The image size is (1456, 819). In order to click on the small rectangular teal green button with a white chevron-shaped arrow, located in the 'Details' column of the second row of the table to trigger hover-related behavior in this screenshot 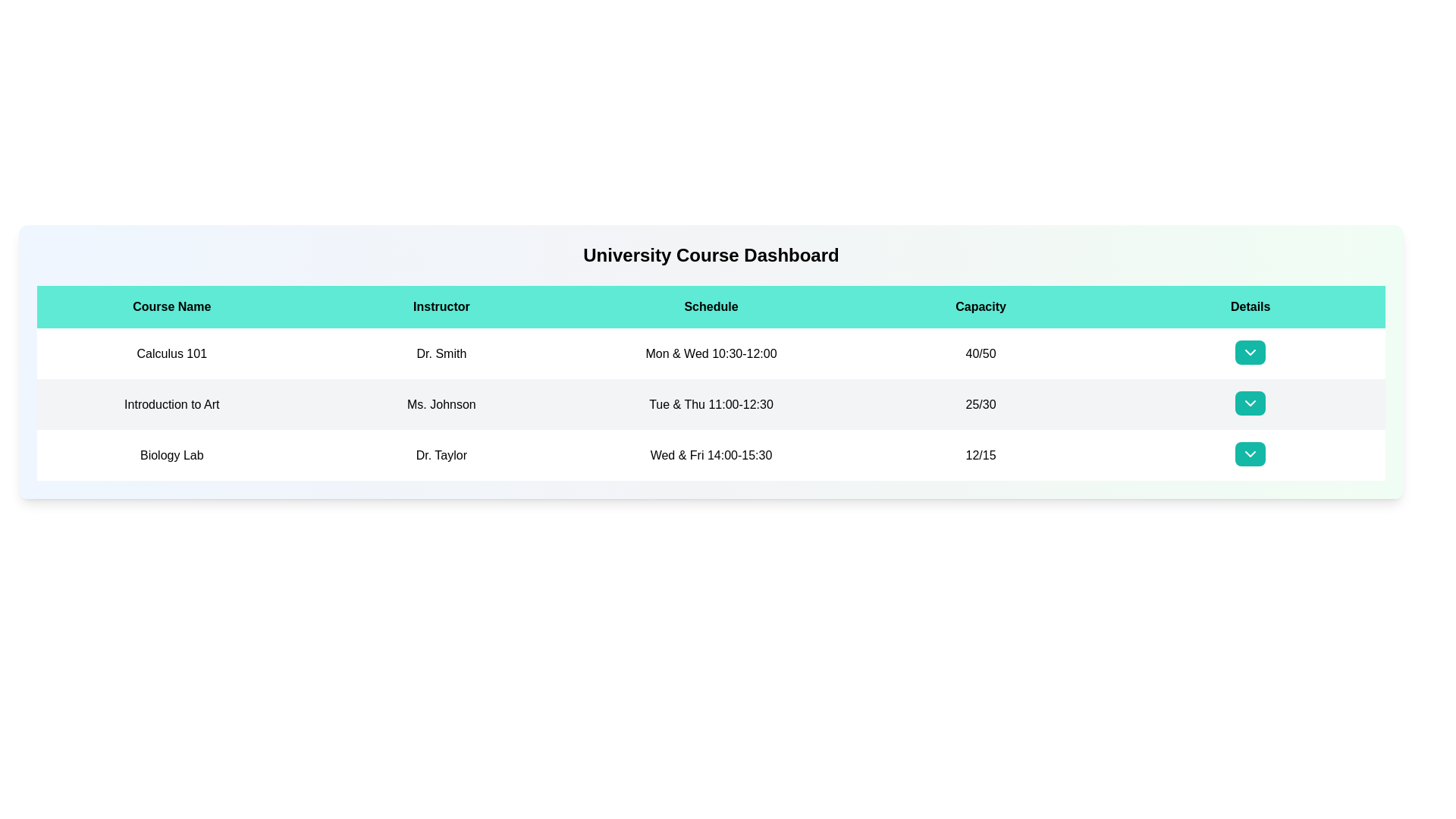, I will do `click(1250, 403)`.